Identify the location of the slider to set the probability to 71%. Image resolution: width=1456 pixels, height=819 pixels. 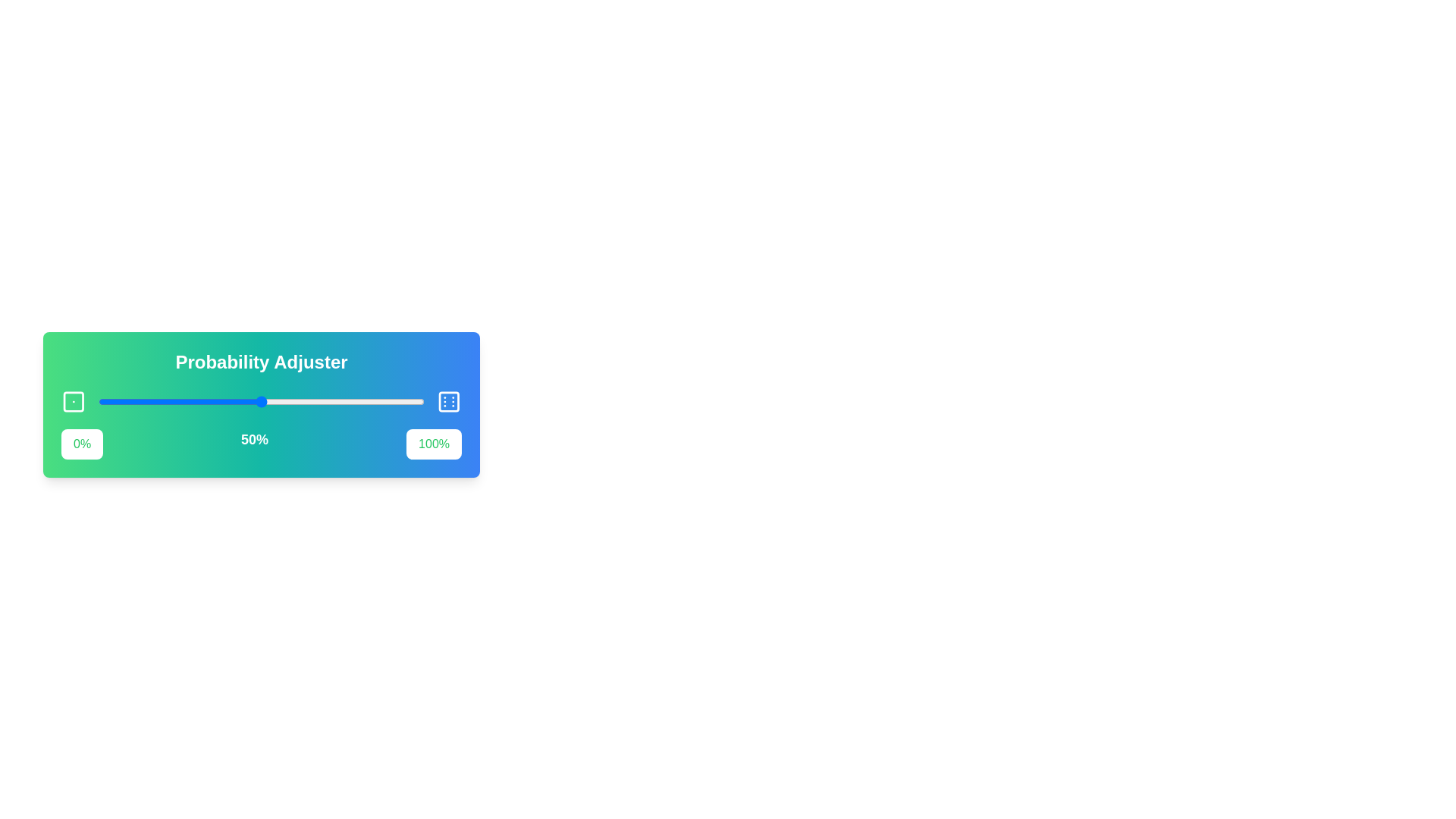
(329, 400).